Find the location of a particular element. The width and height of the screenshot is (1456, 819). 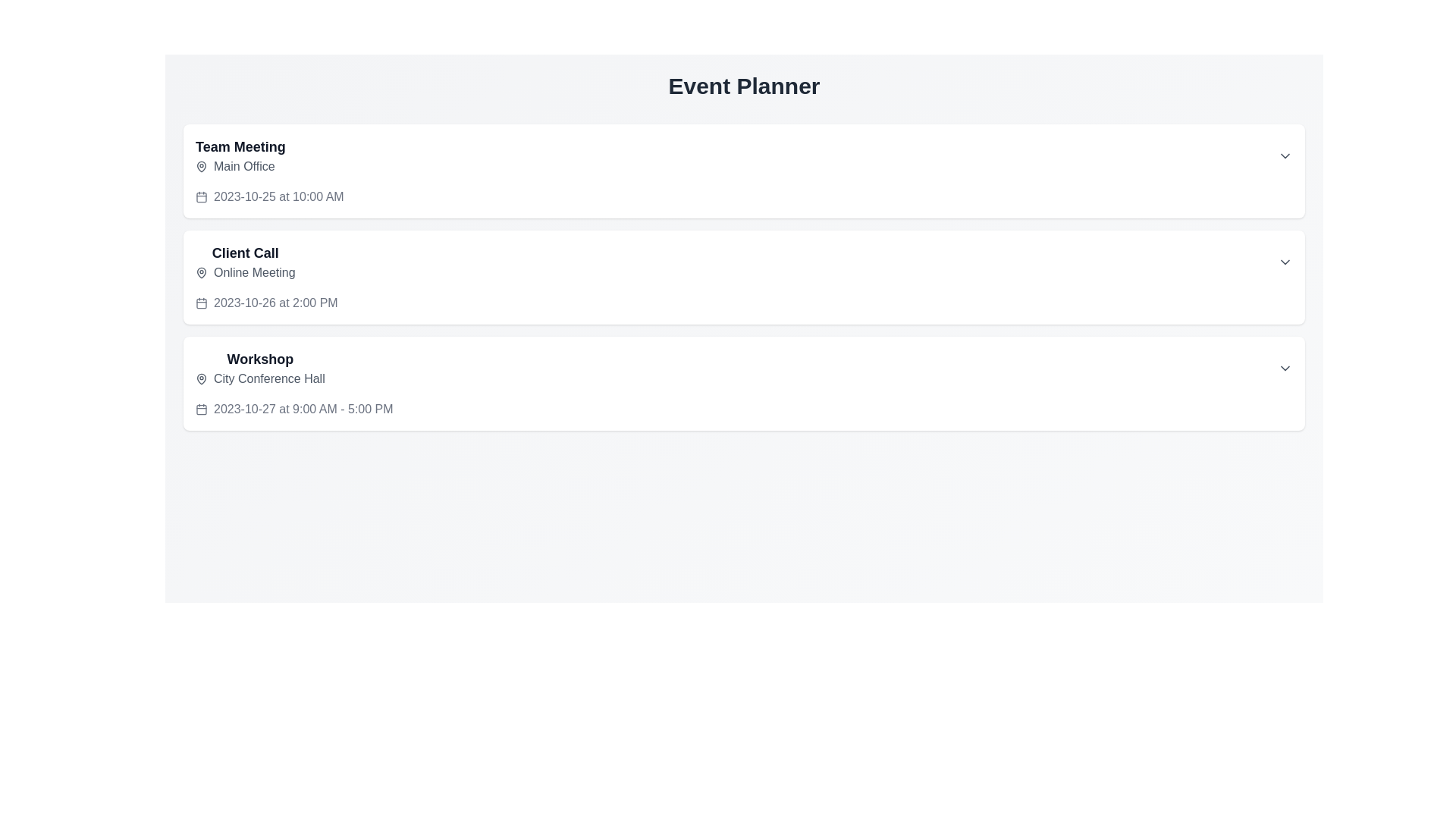

the calendar icon located in the 'Client Call' section is located at coordinates (200, 303).